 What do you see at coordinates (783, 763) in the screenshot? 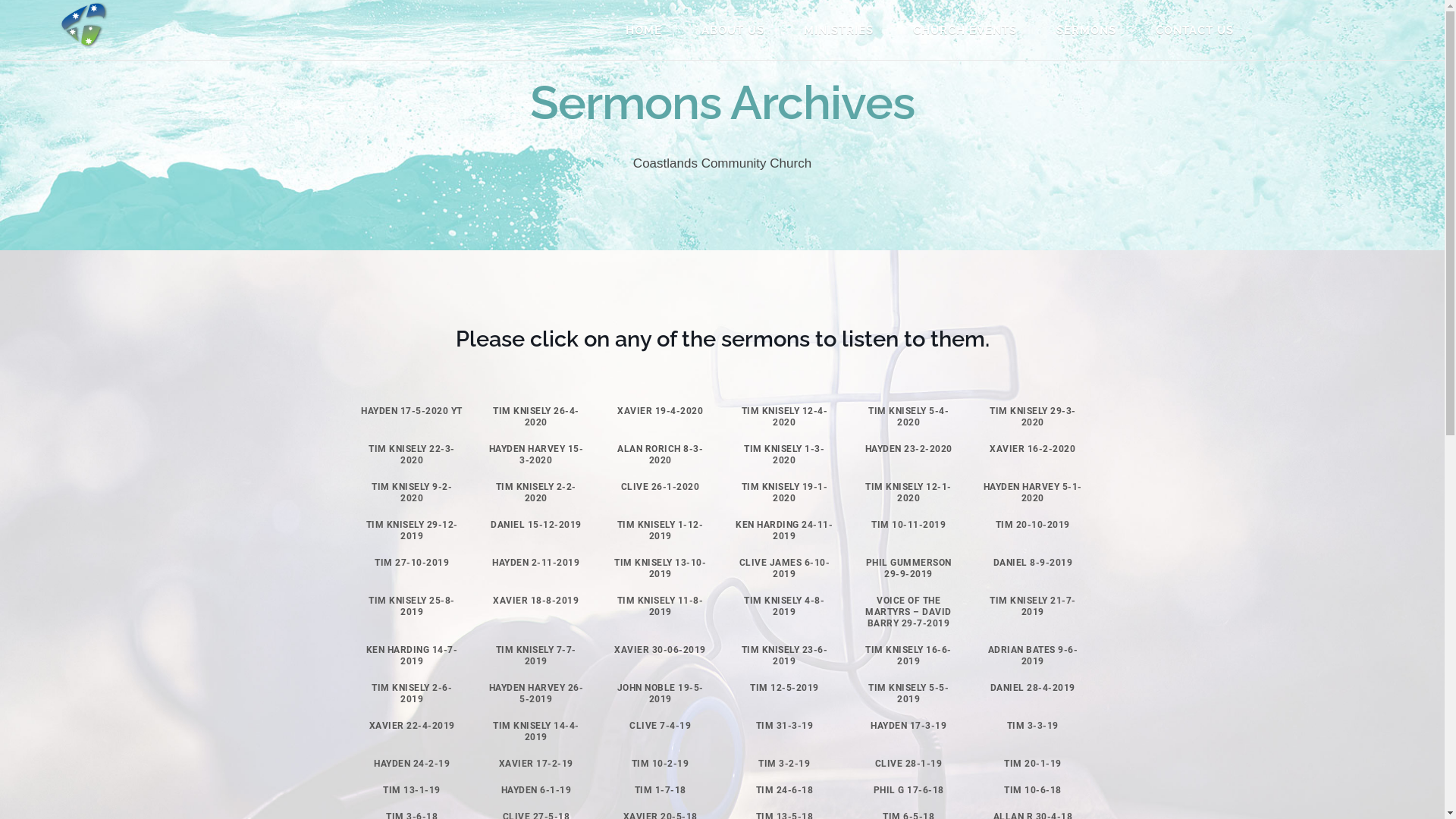
I see `'TIM 3-2-19'` at bounding box center [783, 763].